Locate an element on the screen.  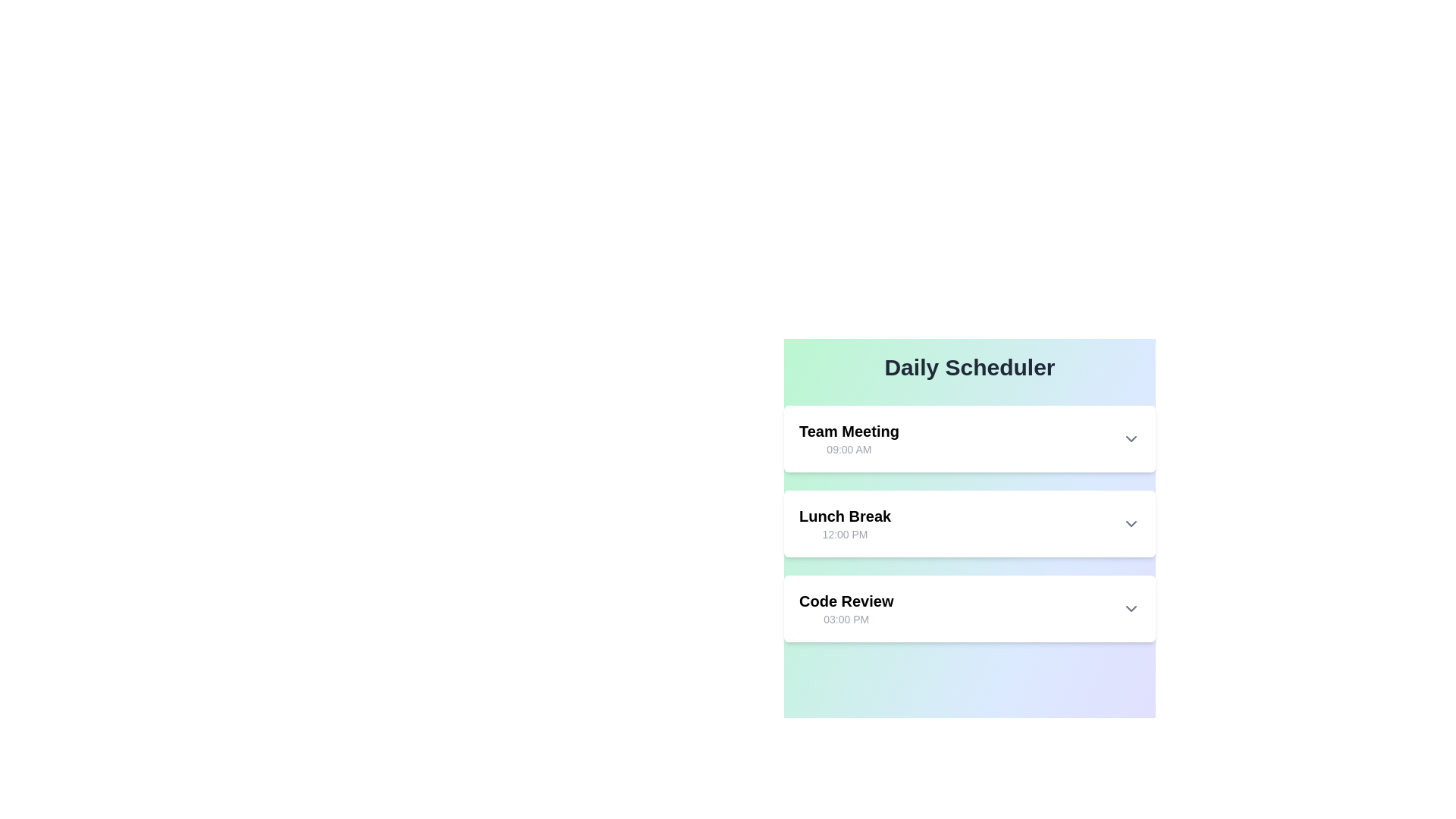
the 'Lunch Break' scheduled item is located at coordinates (968, 522).